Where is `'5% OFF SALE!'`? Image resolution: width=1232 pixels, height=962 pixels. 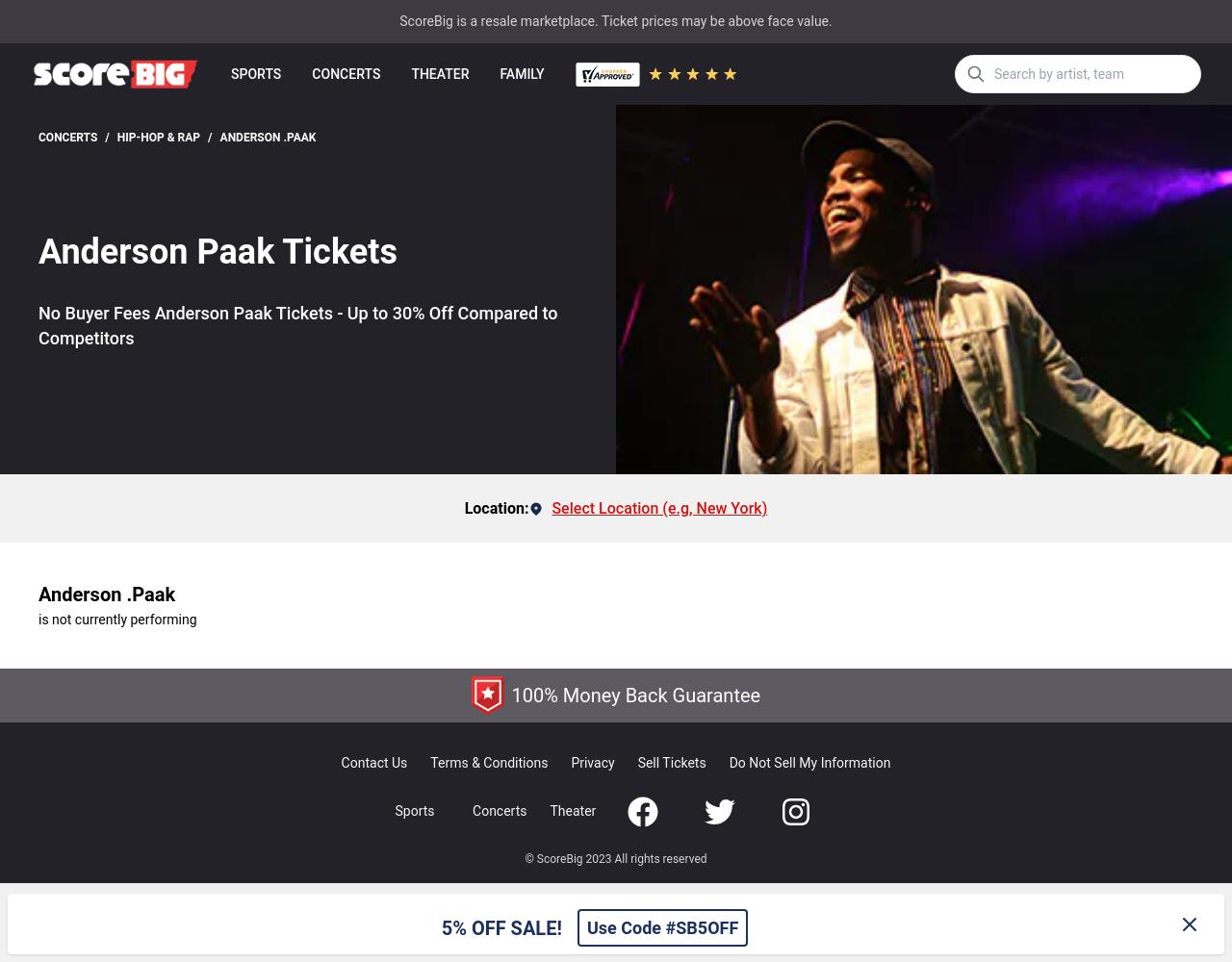 '5% OFF SALE!' is located at coordinates (439, 926).